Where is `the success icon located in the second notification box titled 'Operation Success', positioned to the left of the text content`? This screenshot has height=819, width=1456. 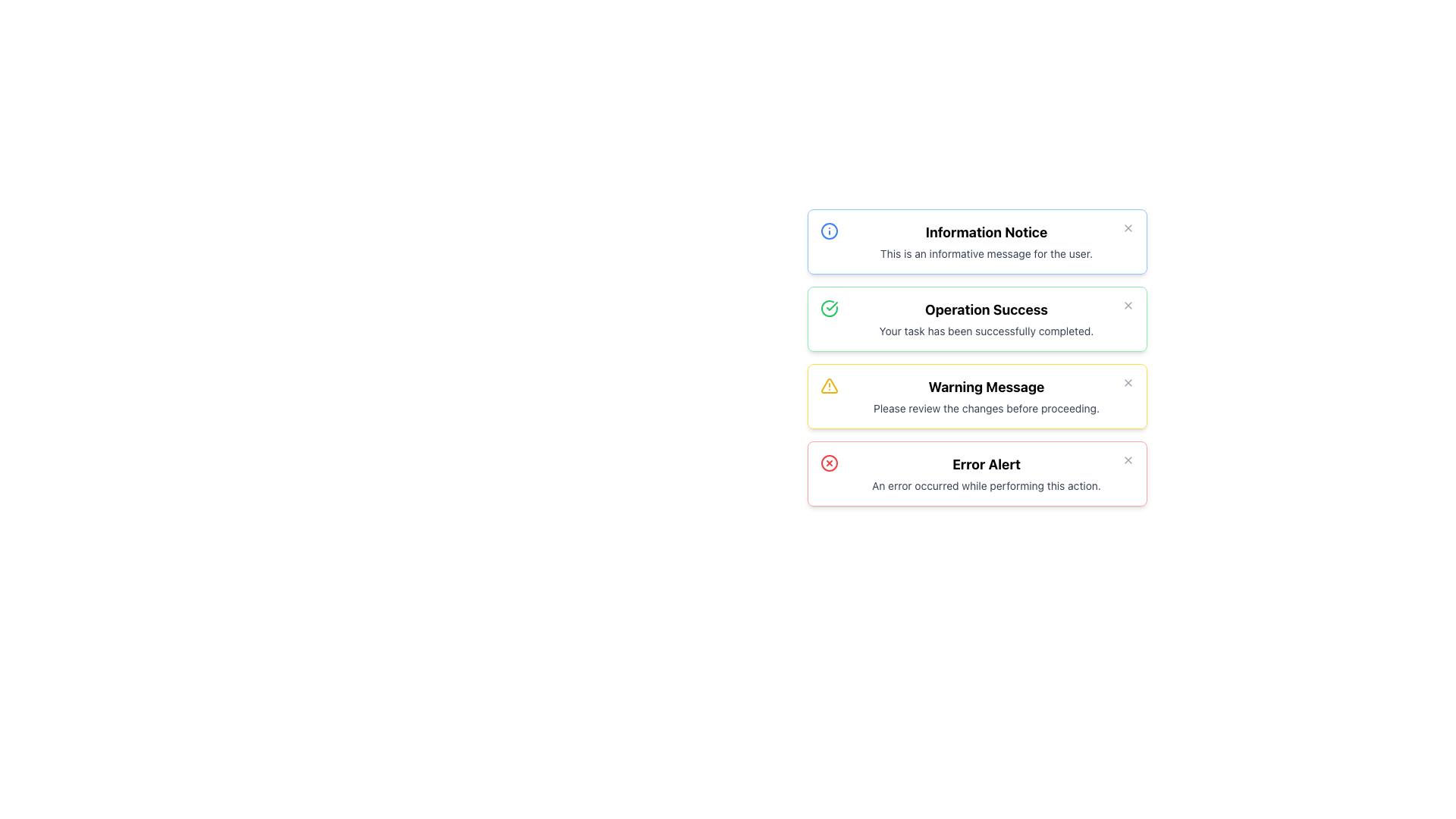
the success icon located in the second notification box titled 'Operation Success', positioned to the left of the text content is located at coordinates (831, 306).